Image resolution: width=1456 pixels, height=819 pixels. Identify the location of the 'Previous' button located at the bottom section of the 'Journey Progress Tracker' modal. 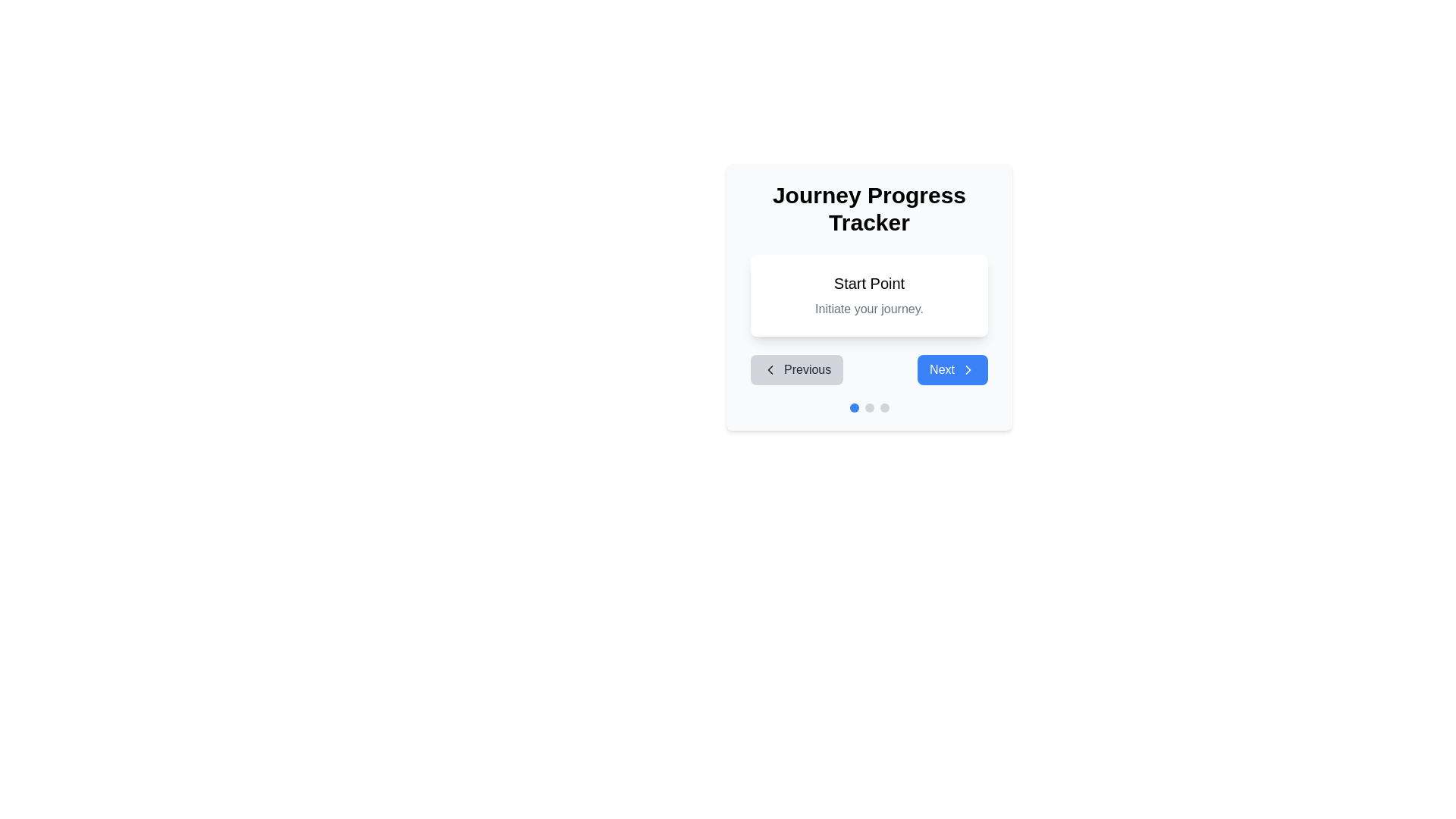
(796, 370).